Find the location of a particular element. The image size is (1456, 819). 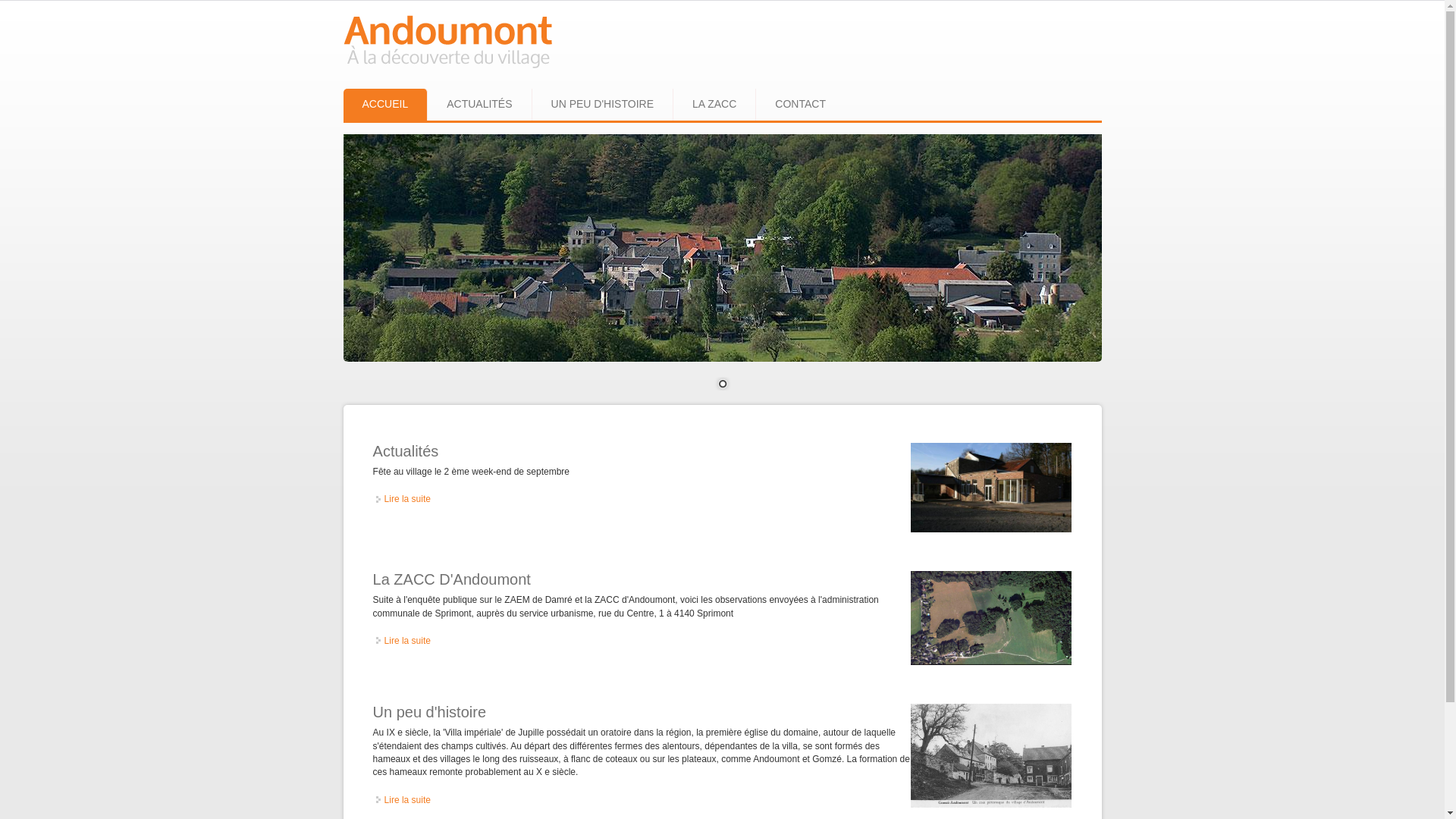

'La ZACC D'Andoumont' is located at coordinates (450, 579).